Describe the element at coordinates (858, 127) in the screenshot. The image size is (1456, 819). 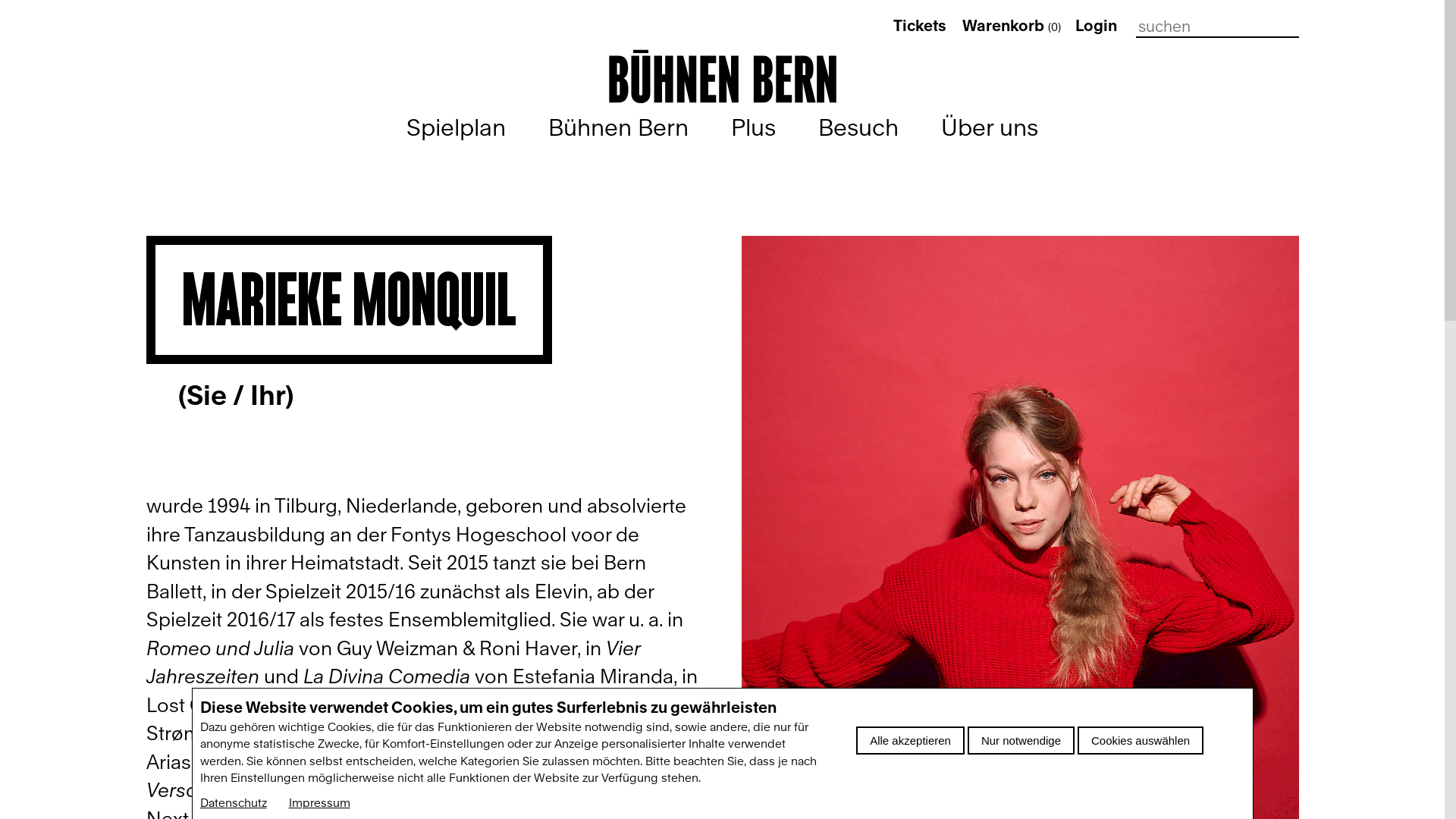
I see `'Besuch'` at that location.